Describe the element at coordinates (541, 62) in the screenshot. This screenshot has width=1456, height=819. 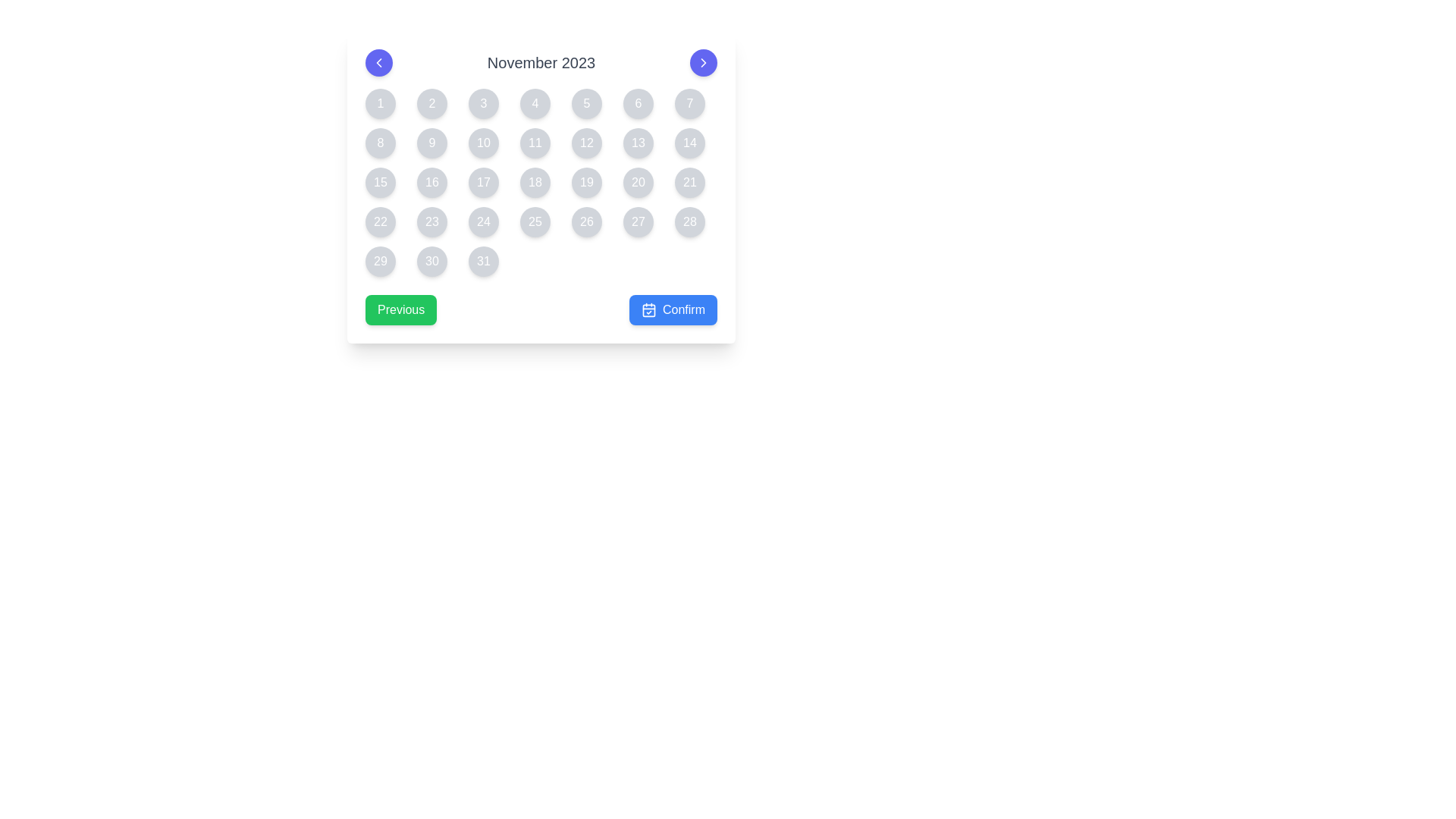
I see `the label displaying the current month and year in the calendar interface, located at the top center between two navigation arrow buttons` at that location.